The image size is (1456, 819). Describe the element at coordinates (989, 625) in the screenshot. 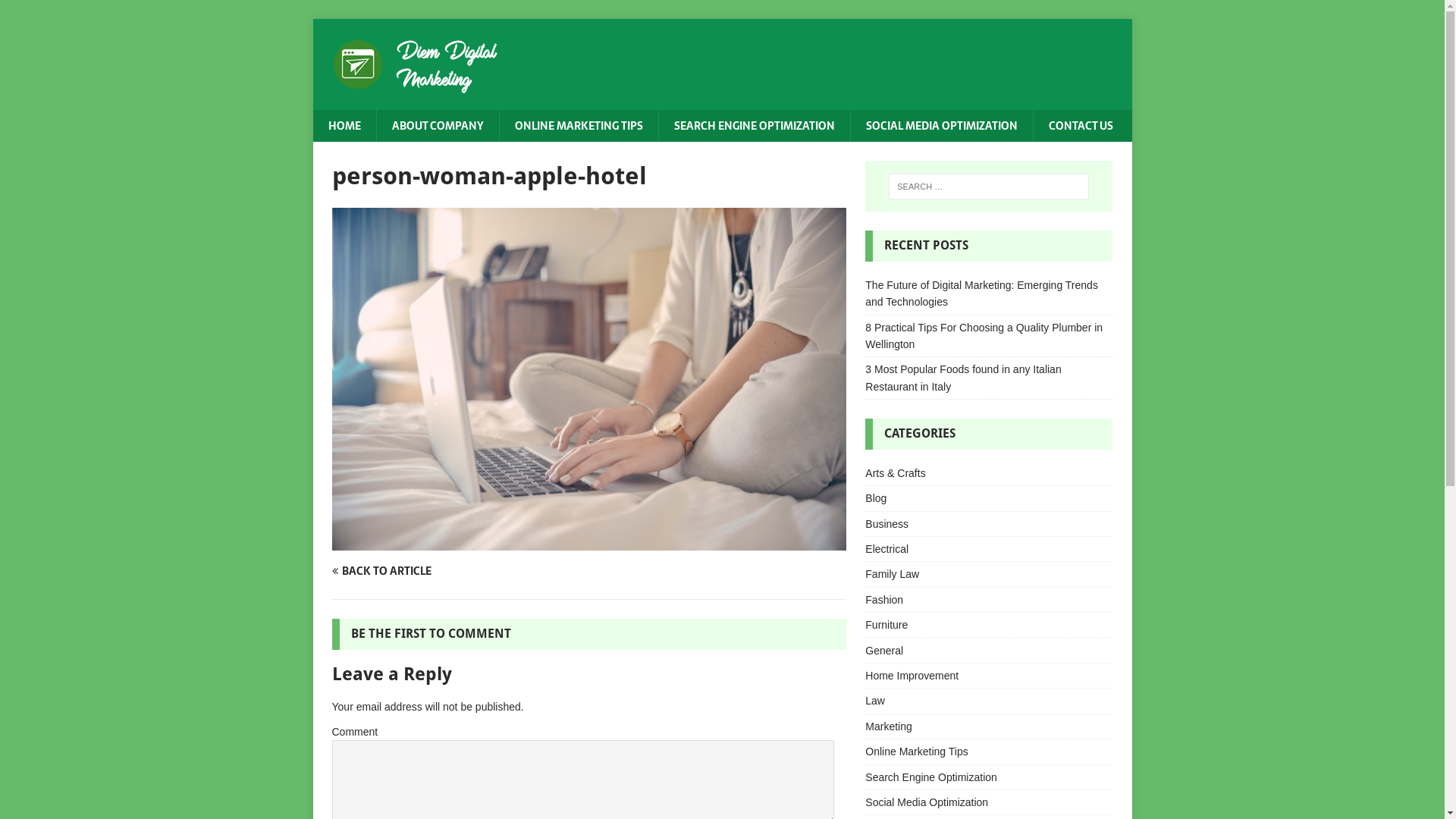

I see `'Furniture'` at that location.